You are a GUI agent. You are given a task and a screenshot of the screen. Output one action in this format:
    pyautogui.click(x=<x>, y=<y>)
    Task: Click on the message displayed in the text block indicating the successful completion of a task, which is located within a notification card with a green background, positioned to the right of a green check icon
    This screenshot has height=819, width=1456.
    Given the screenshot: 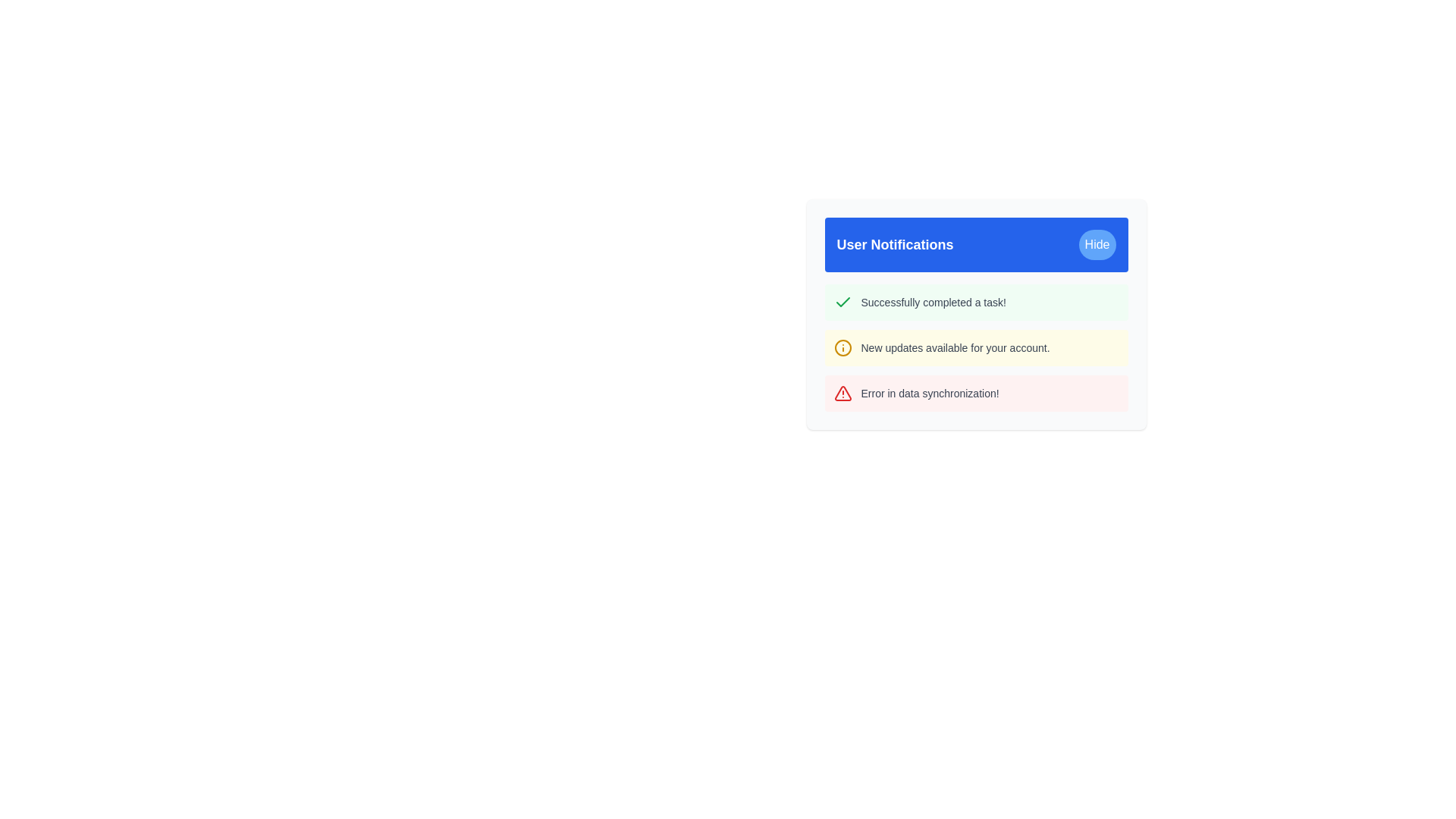 What is the action you would take?
    pyautogui.click(x=933, y=302)
    